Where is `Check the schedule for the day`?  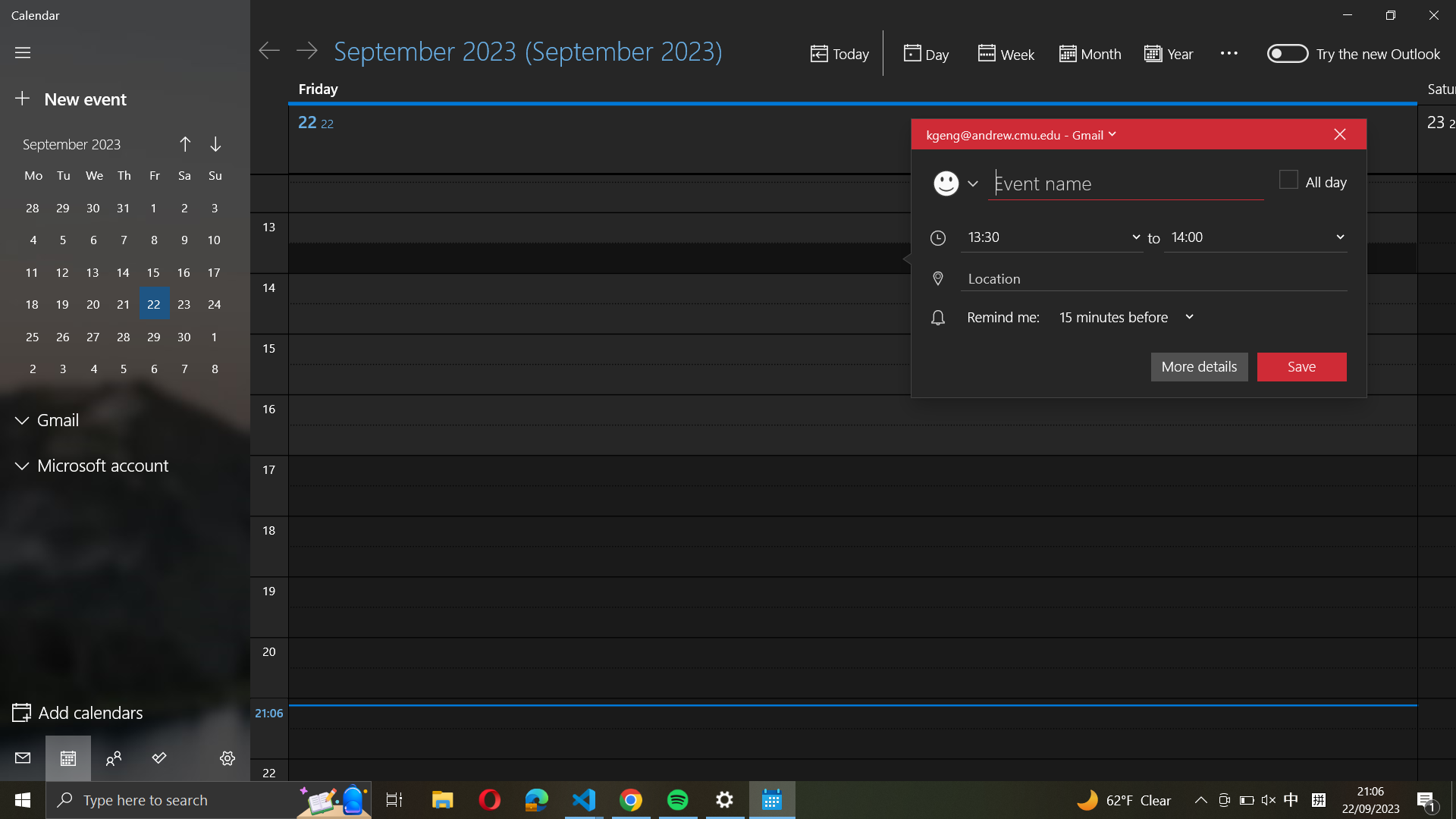 Check the schedule for the day is located at coordinates (925, 52).